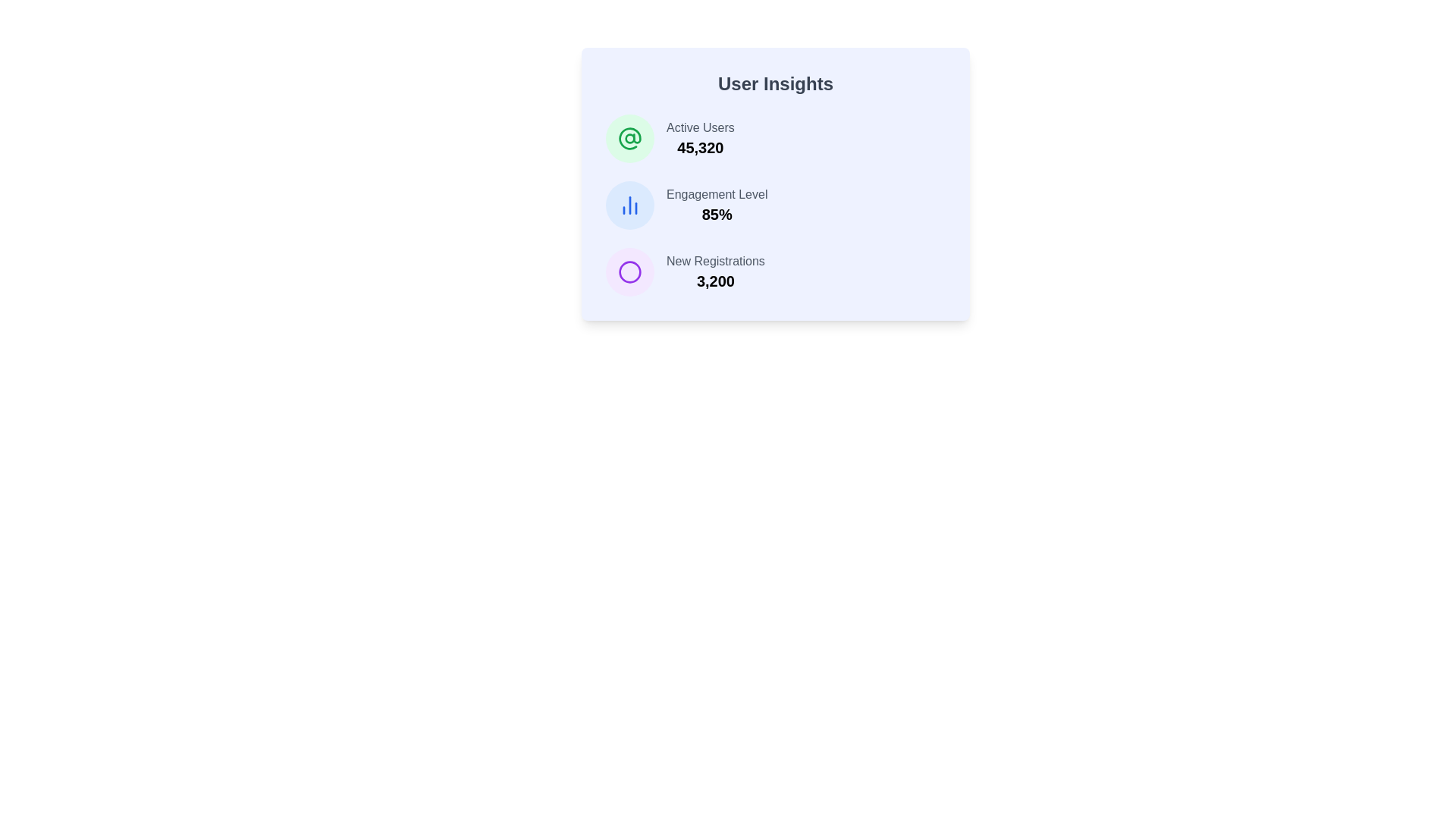 Image resolution: width=1456 pixels, height=819 pixels. What do you see at coordinates (716, 194) in the screenshot?
I see `the Text Label in the 'User Insights' card, which is positioned above the '85%' text and aligned to the right of a circular icon with a chart-like graphic` at bounding box center [716, 194].